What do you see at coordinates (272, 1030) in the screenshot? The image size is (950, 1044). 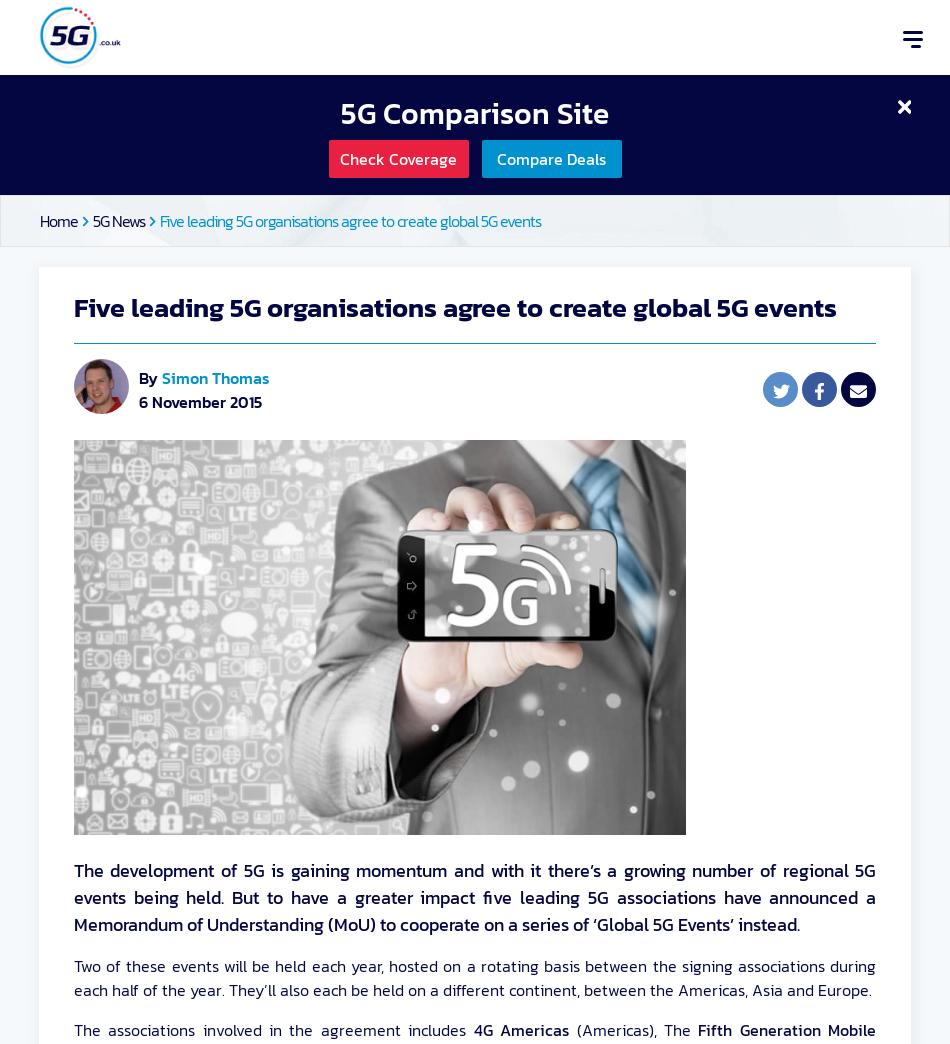 I see `'The associations involved in the agreement includes'` at bounding box center [272, 1030].